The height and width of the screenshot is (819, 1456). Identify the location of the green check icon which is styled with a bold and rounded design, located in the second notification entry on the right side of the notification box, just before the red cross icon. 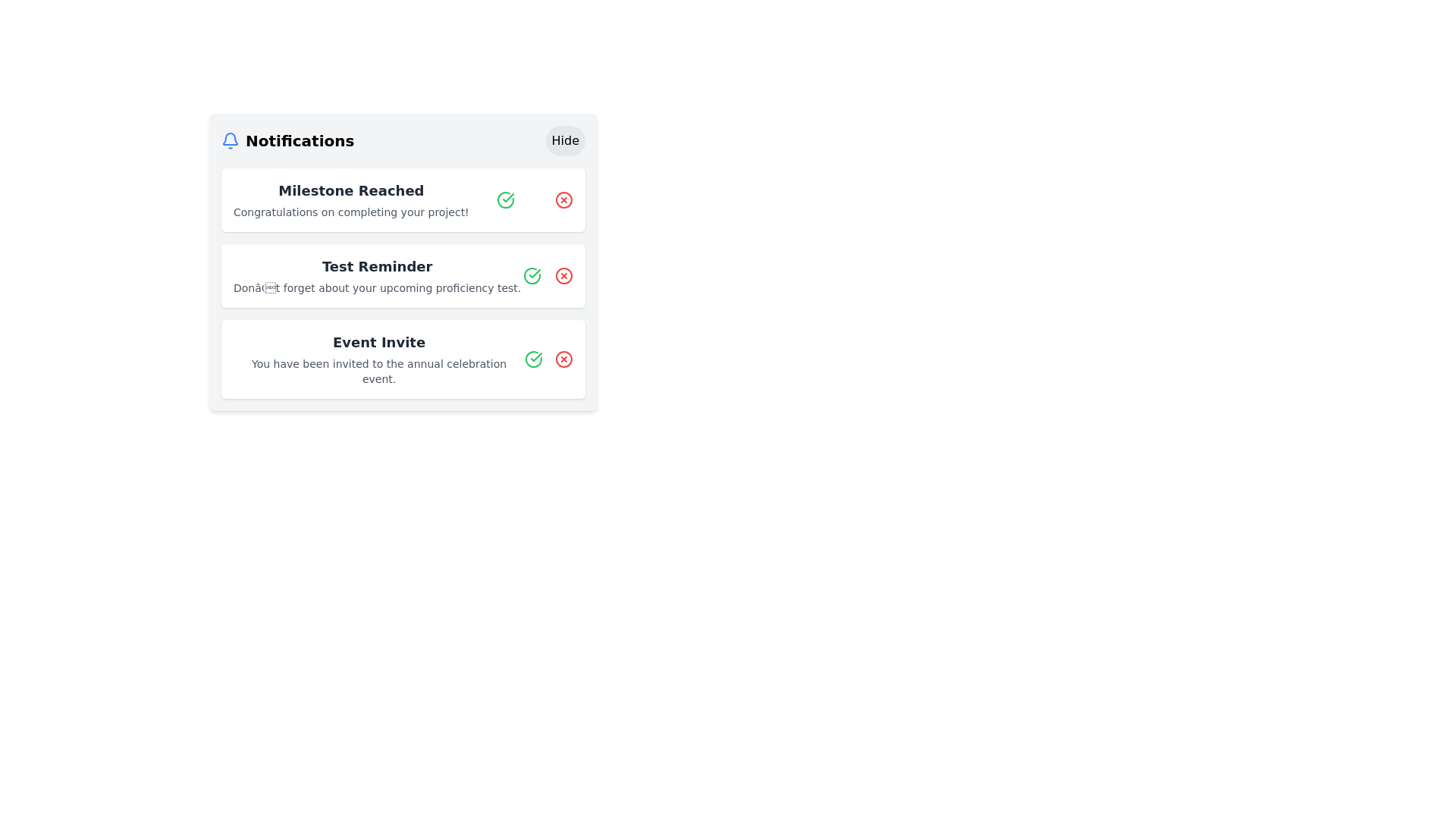
(536, 356).